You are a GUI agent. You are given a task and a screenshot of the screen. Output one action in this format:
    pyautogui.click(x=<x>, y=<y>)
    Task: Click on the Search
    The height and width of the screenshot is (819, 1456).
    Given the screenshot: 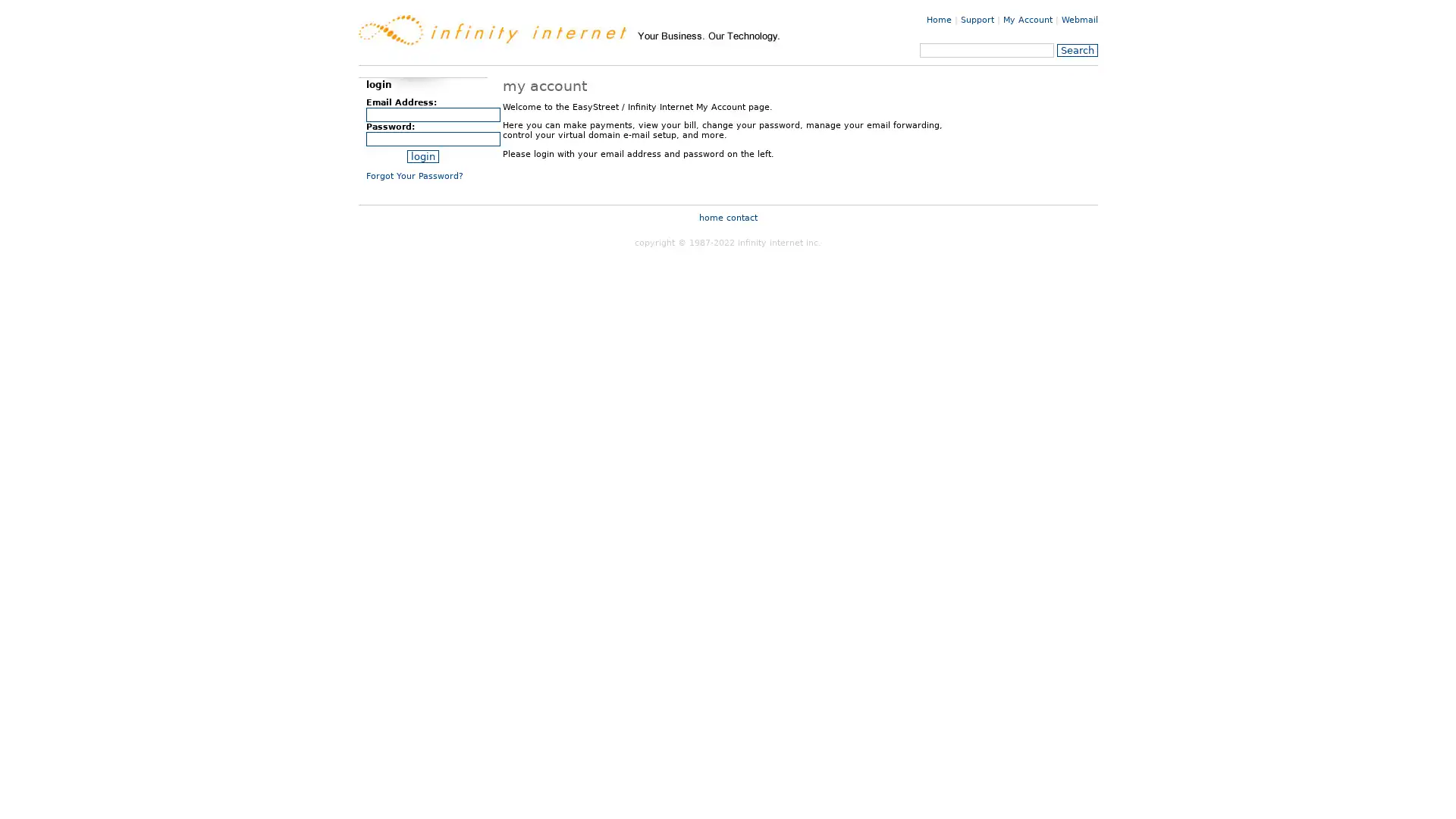 What is the action you would take?
    pyautogui.click(x=1076, y=49)
    